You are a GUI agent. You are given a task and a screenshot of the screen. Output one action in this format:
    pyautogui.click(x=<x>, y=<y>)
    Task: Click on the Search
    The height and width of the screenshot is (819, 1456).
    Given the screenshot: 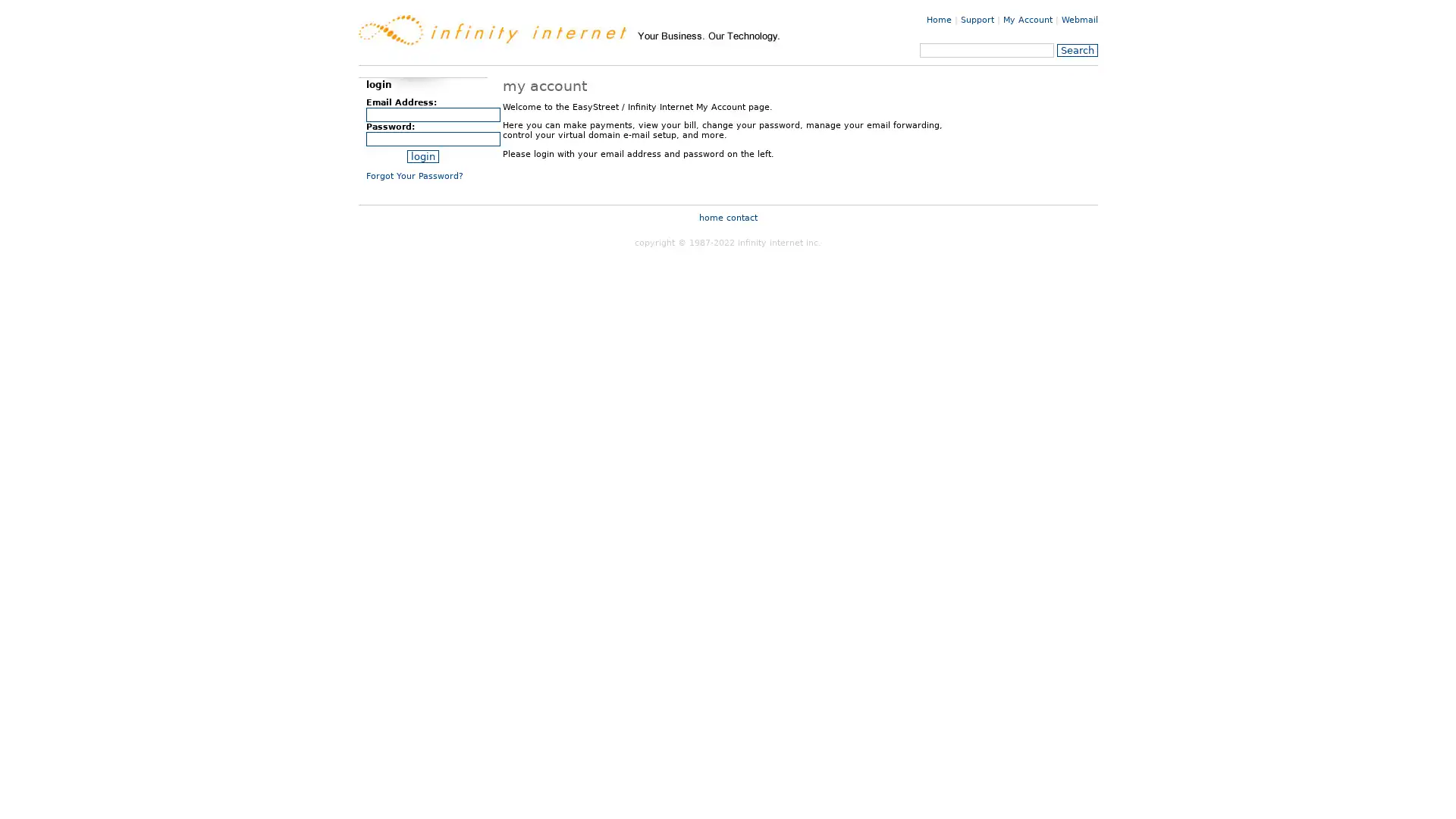 What is the action you would take?
    pyautogui.click(x=1076, y=49)
    